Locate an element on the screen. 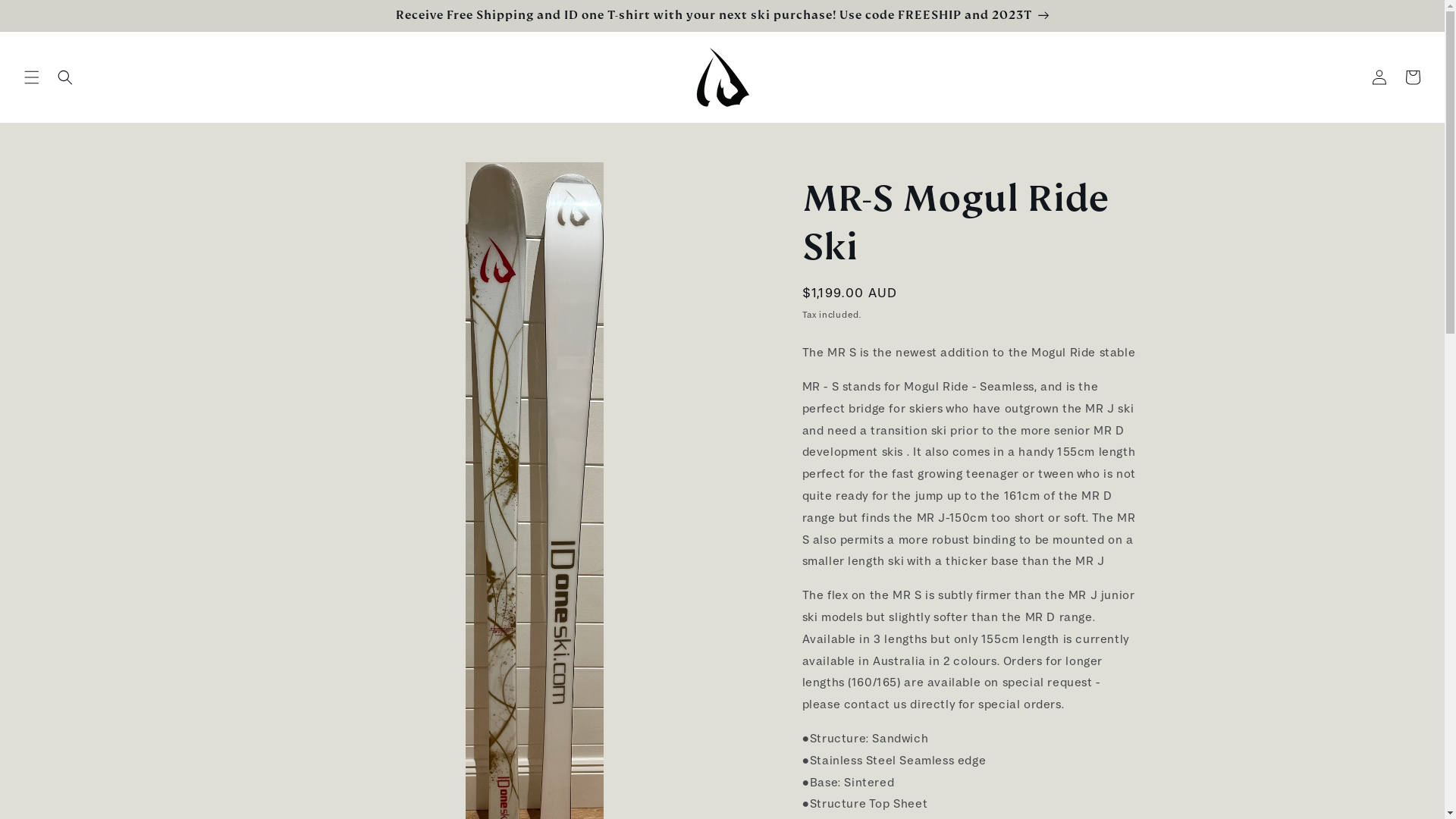  'Log in' is located at coordinates (1379, 77).